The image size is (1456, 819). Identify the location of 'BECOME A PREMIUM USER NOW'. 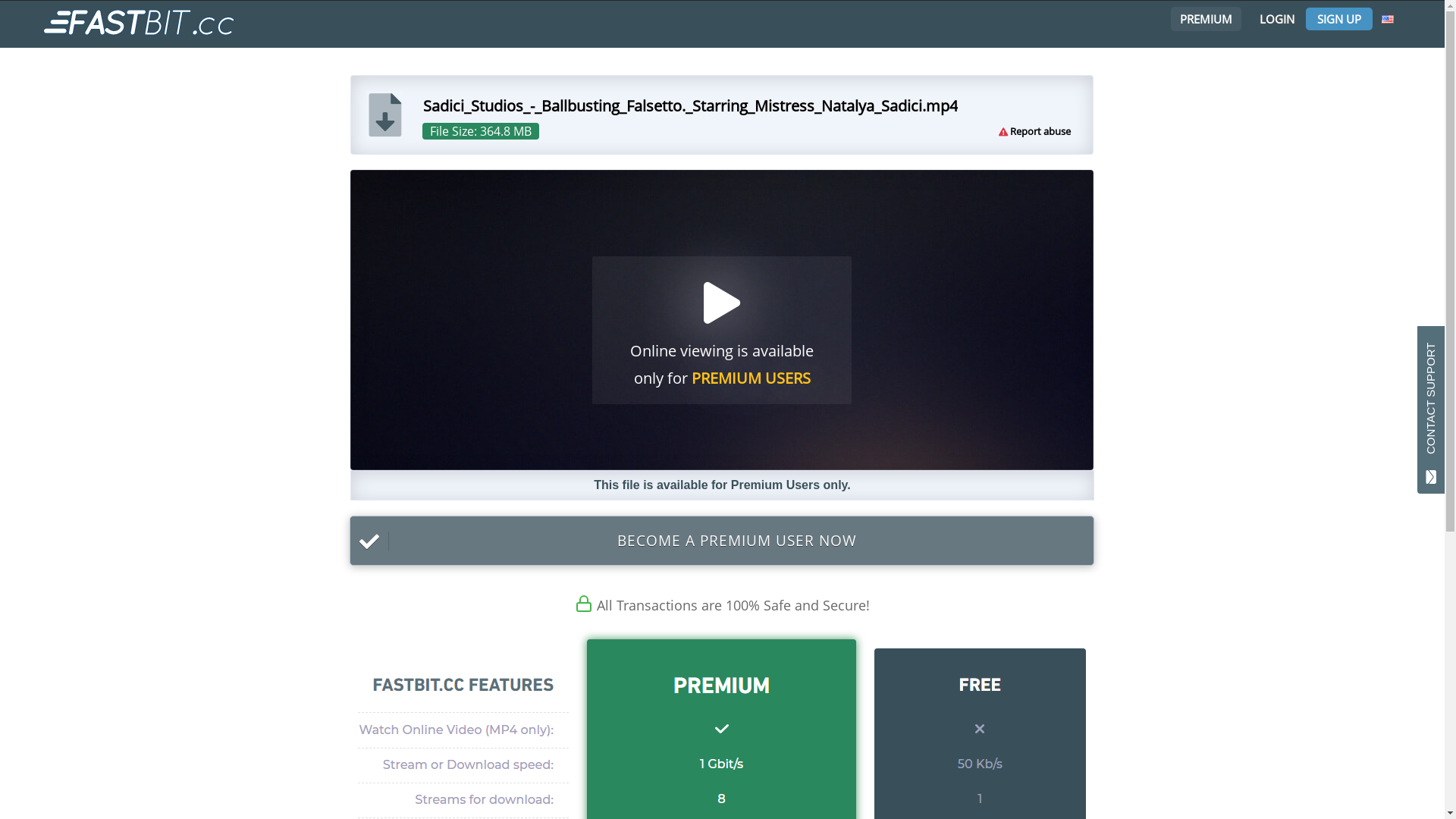
(720, 540).